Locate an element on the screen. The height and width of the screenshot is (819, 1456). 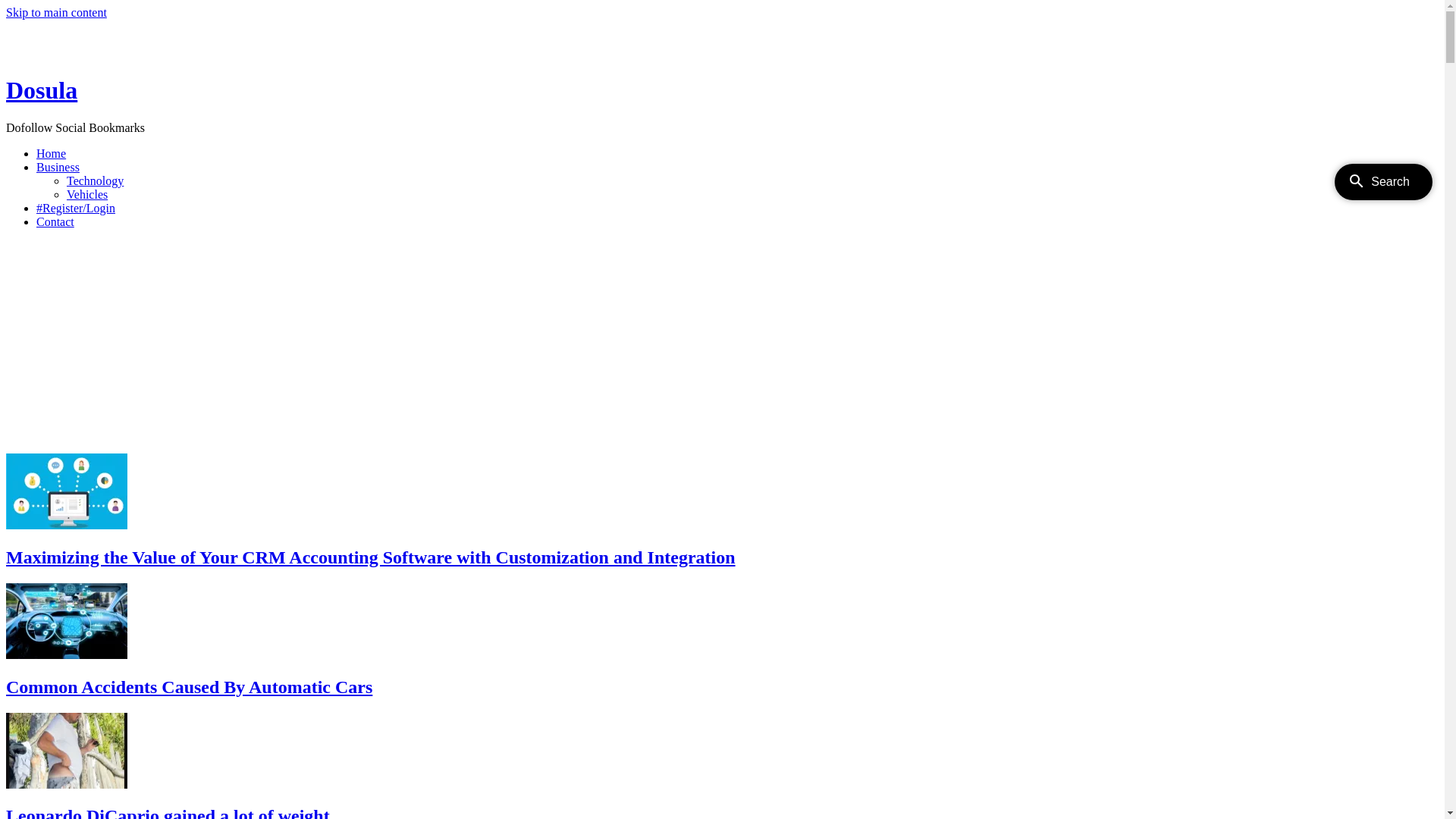
'Skip to main content' is located at coordinates (56, 12).